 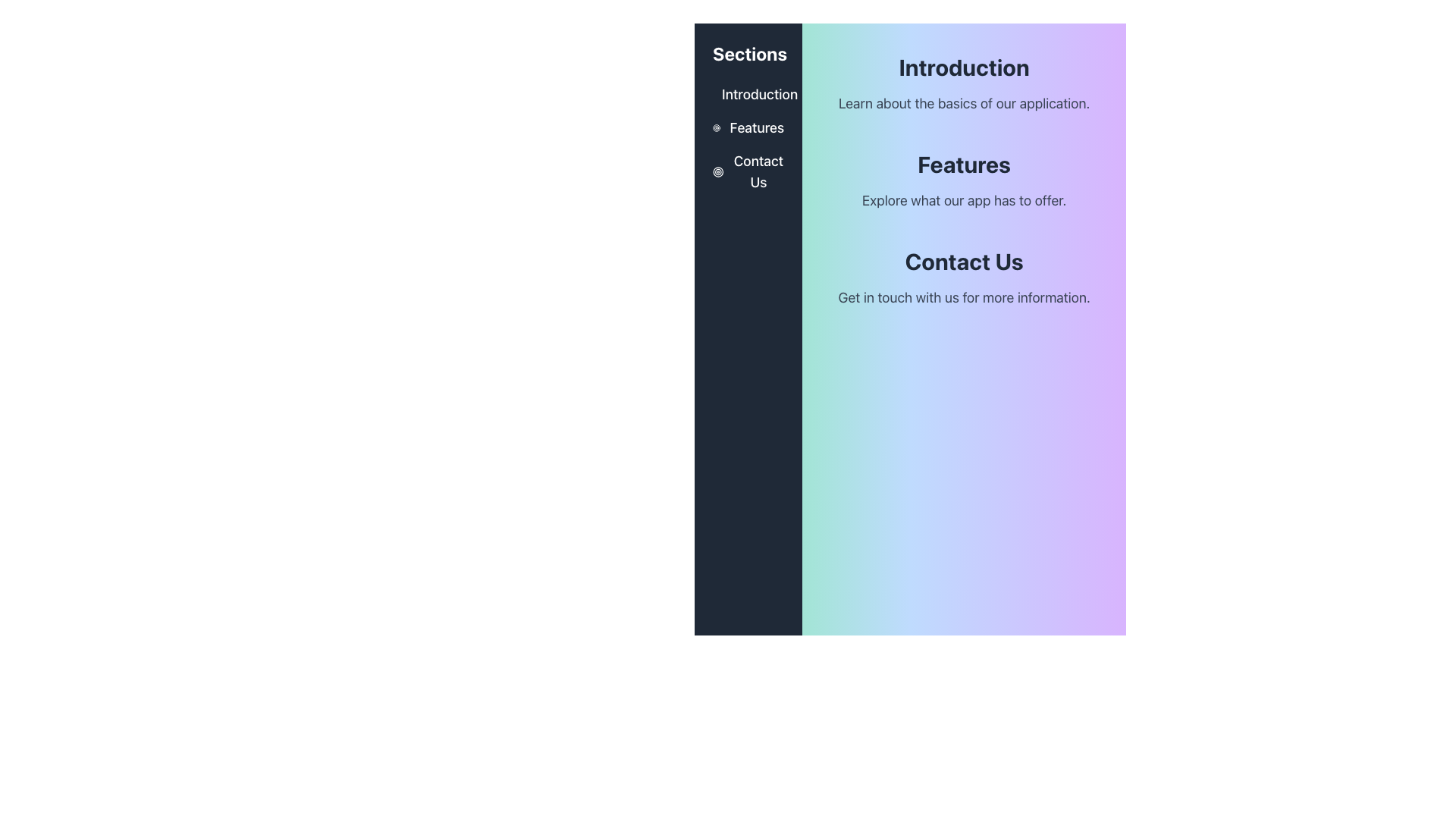 What do you see at coordinates (748, 138) in the screenshot?
I see `the 'Features' navigation link located in the left sidebar underneath the 'Sections' heading` at bounding box center [748, 138].